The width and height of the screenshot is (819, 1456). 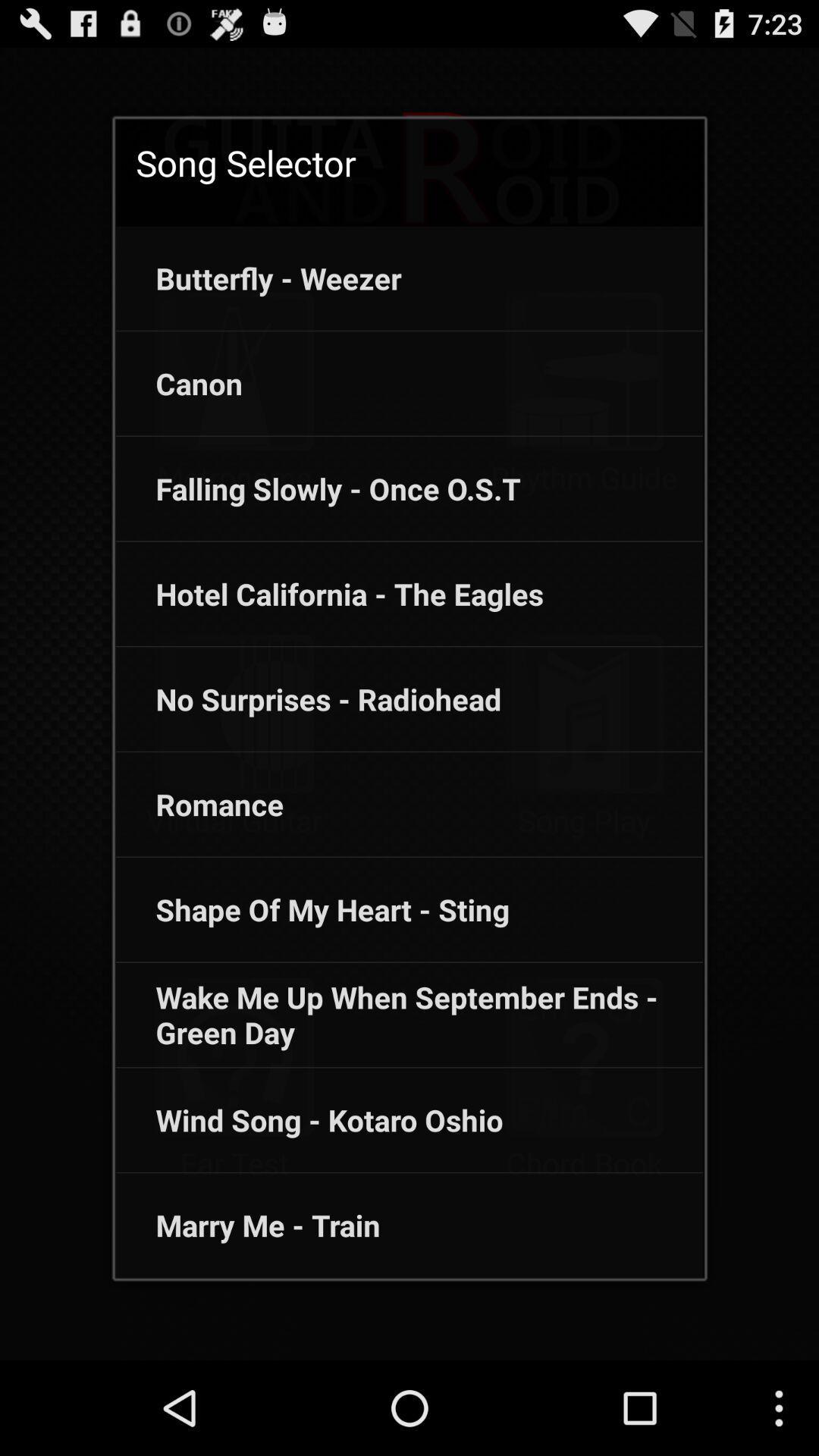 I want to click on the canon, so click(x=178, y=383).